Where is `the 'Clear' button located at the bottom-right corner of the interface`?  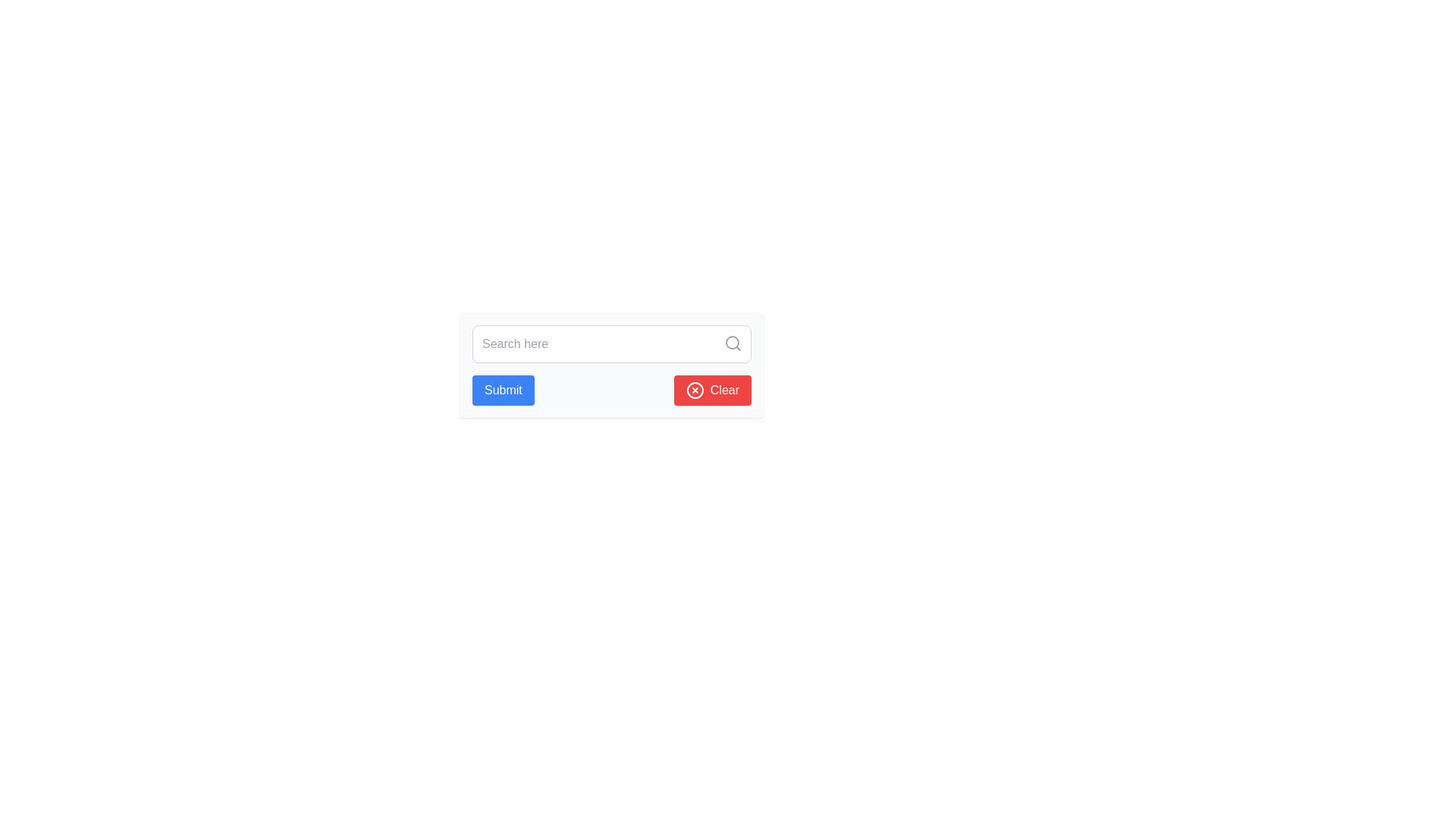
the 'Clear' button located at the bottom-right corner of the interface is located at coordinates (711, 390).